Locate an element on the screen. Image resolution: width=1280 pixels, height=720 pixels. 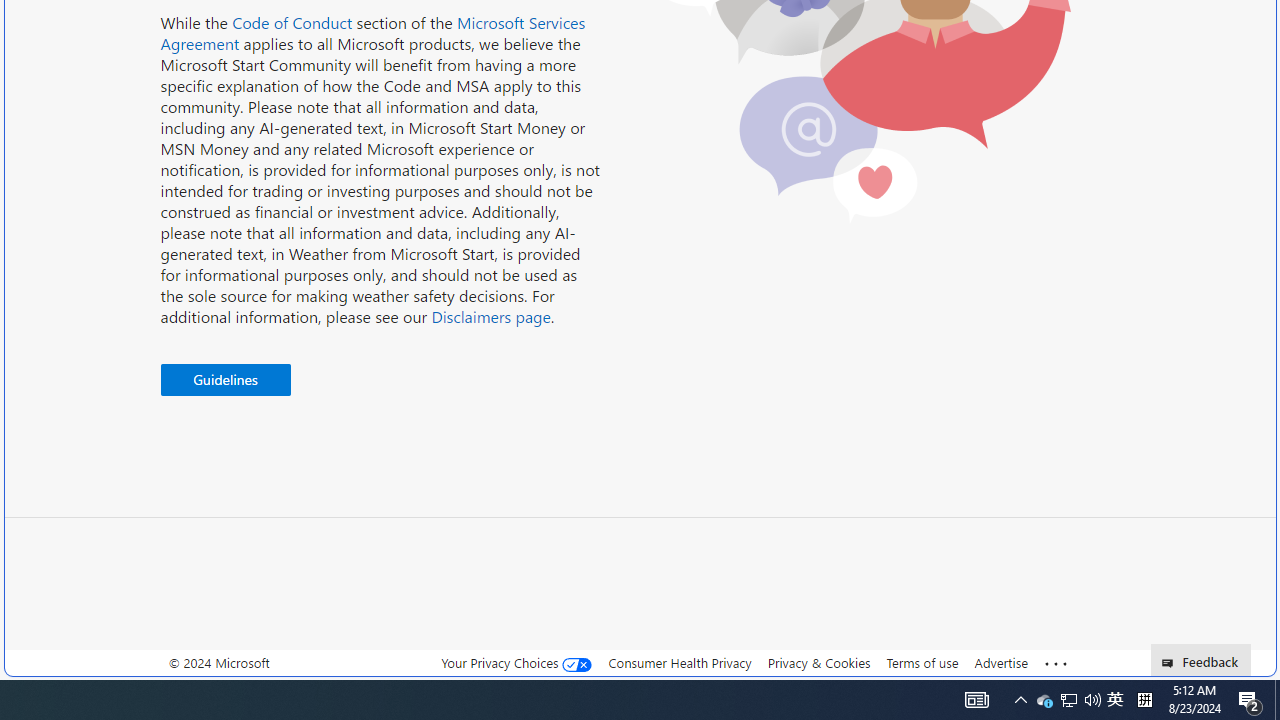
'Disclaimers page' is located at coordinates (490, 315).